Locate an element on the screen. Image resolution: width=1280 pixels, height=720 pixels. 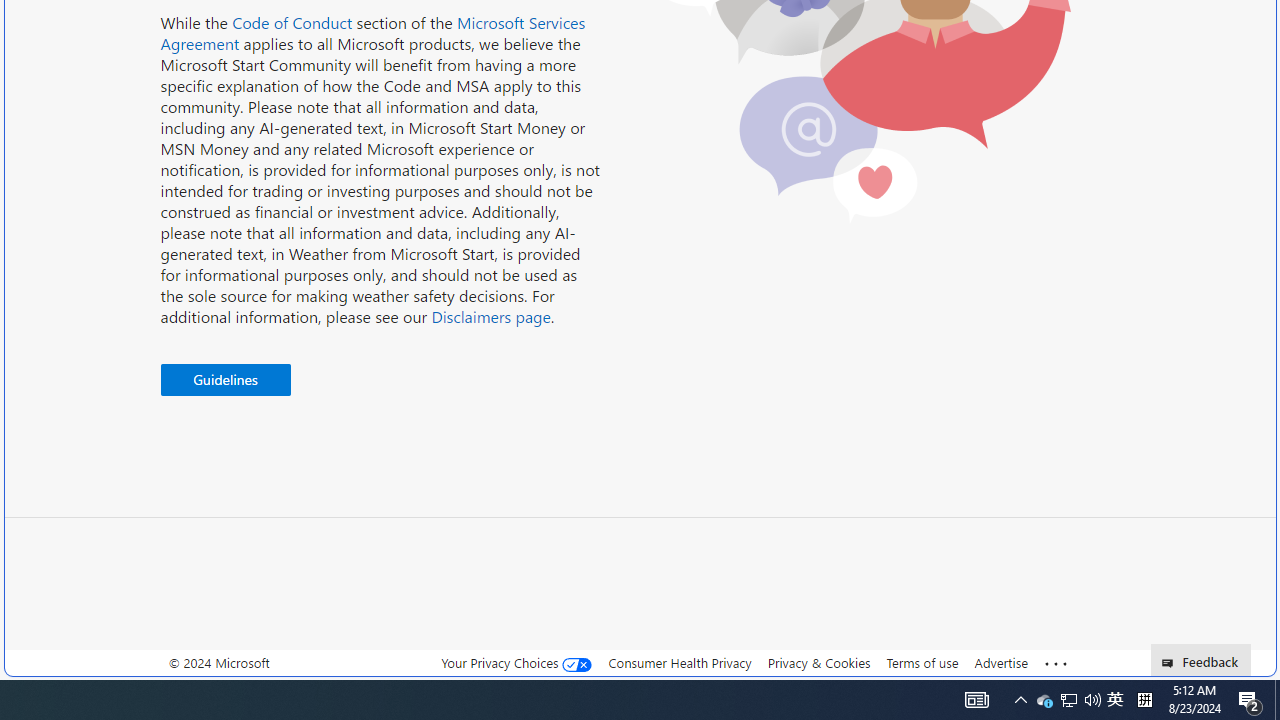
'Disclaimers page' is located at coordinates (490, 315).